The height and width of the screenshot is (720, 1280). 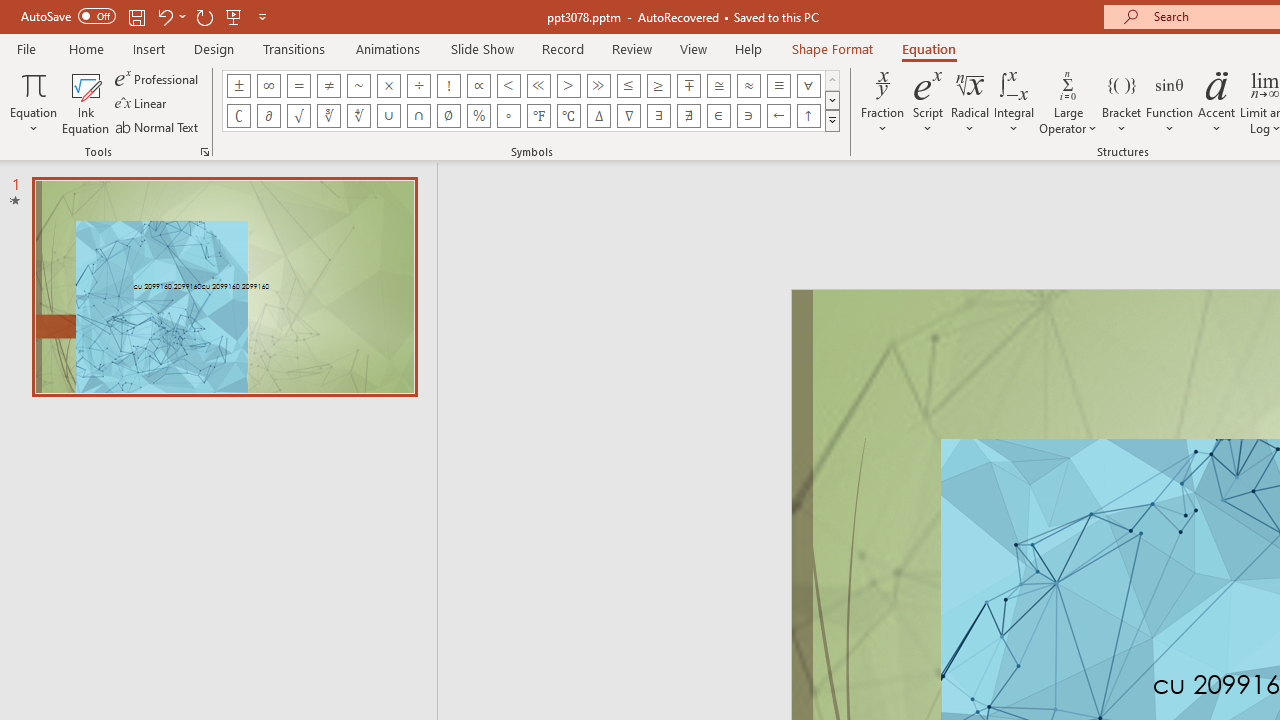 What do you see at coordinates (267, 115) in the screenshot?
I see `'Equation Symbol Partial Differential'` at bounding box center [267, 115].